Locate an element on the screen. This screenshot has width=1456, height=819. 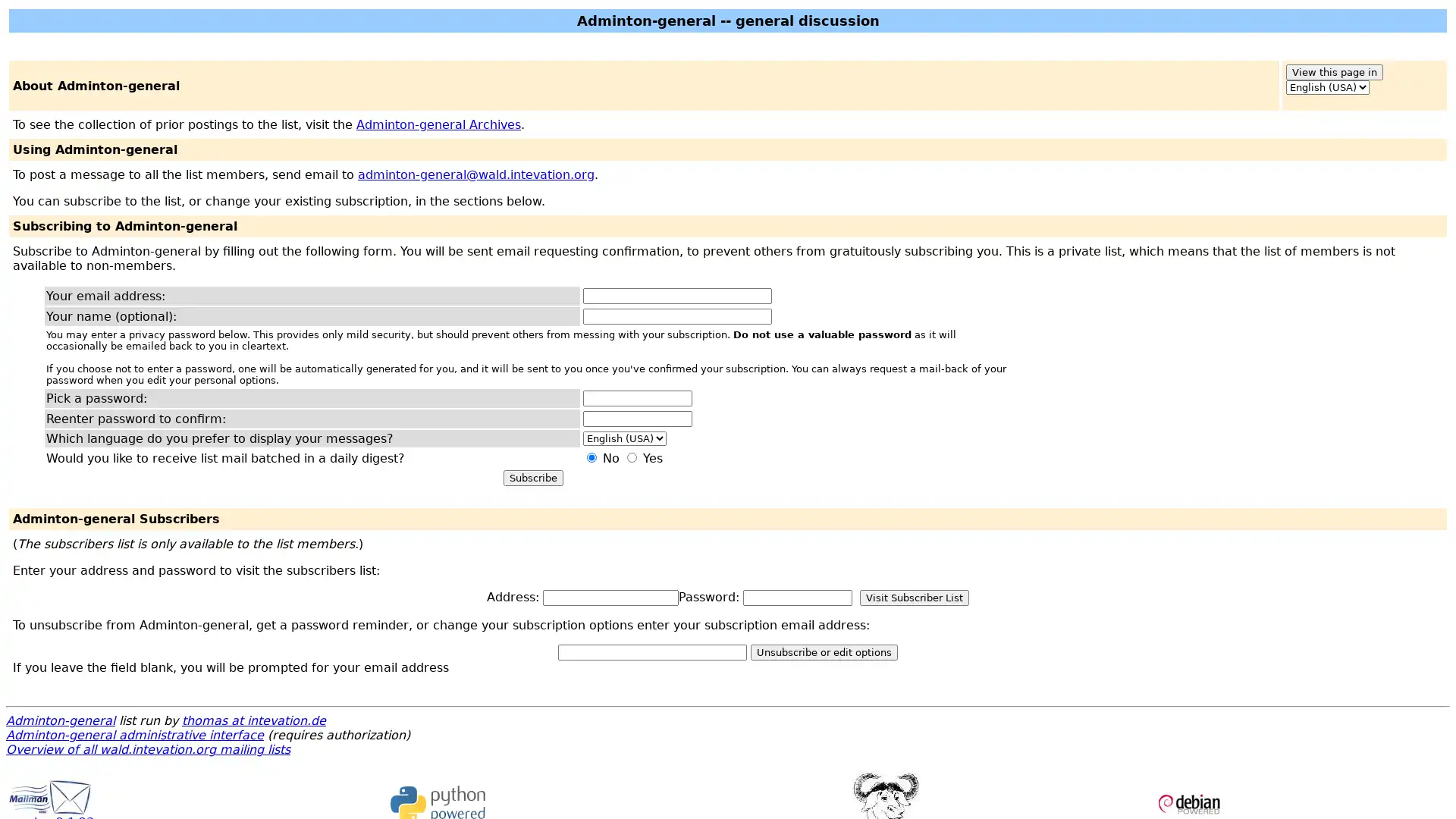
Visit Subscriber List is located at coordinates (913, 597).